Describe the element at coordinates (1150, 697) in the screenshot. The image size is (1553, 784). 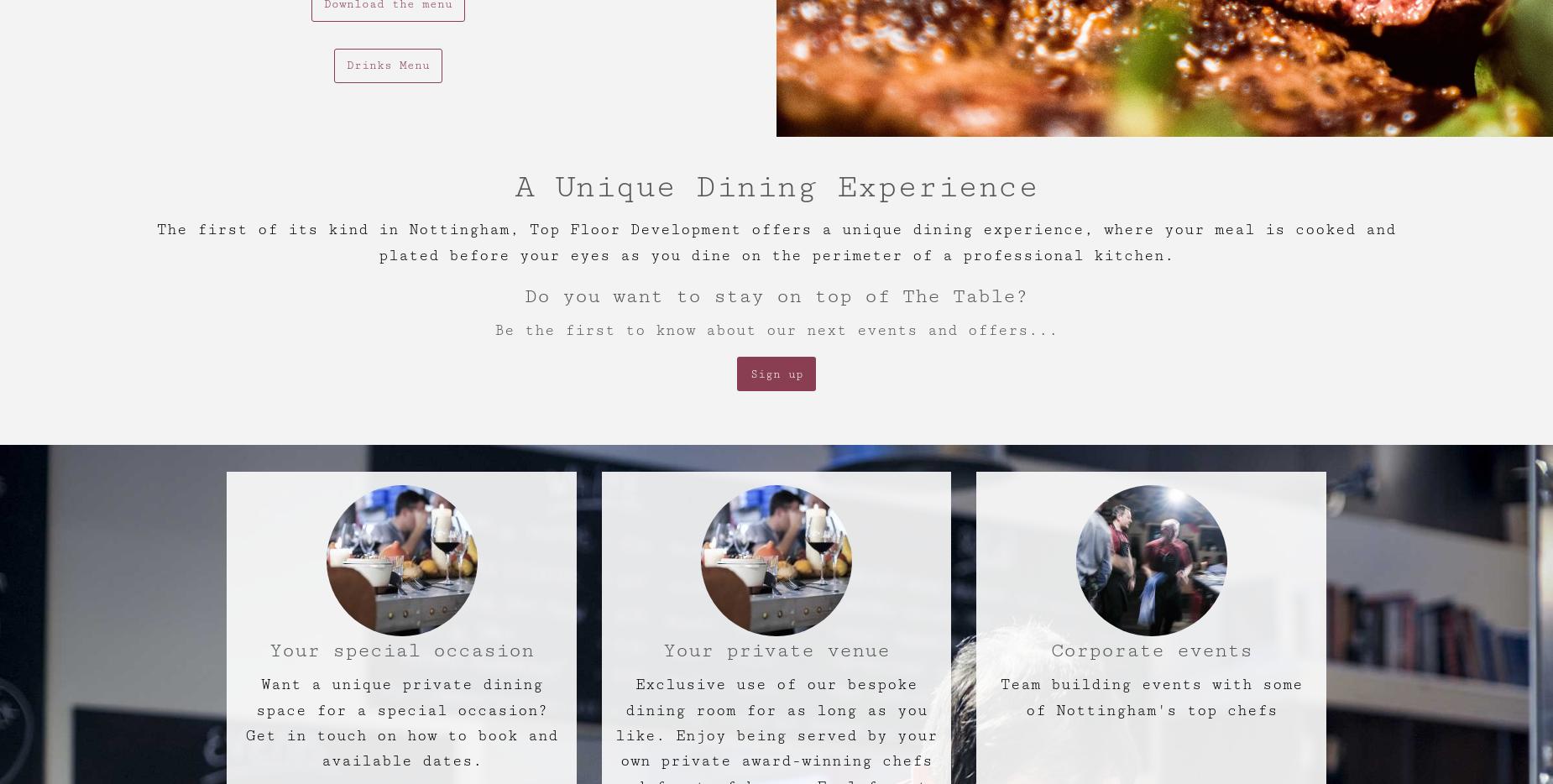
I see `'Team building events with some of Nottingham's top chefs'` at that location.